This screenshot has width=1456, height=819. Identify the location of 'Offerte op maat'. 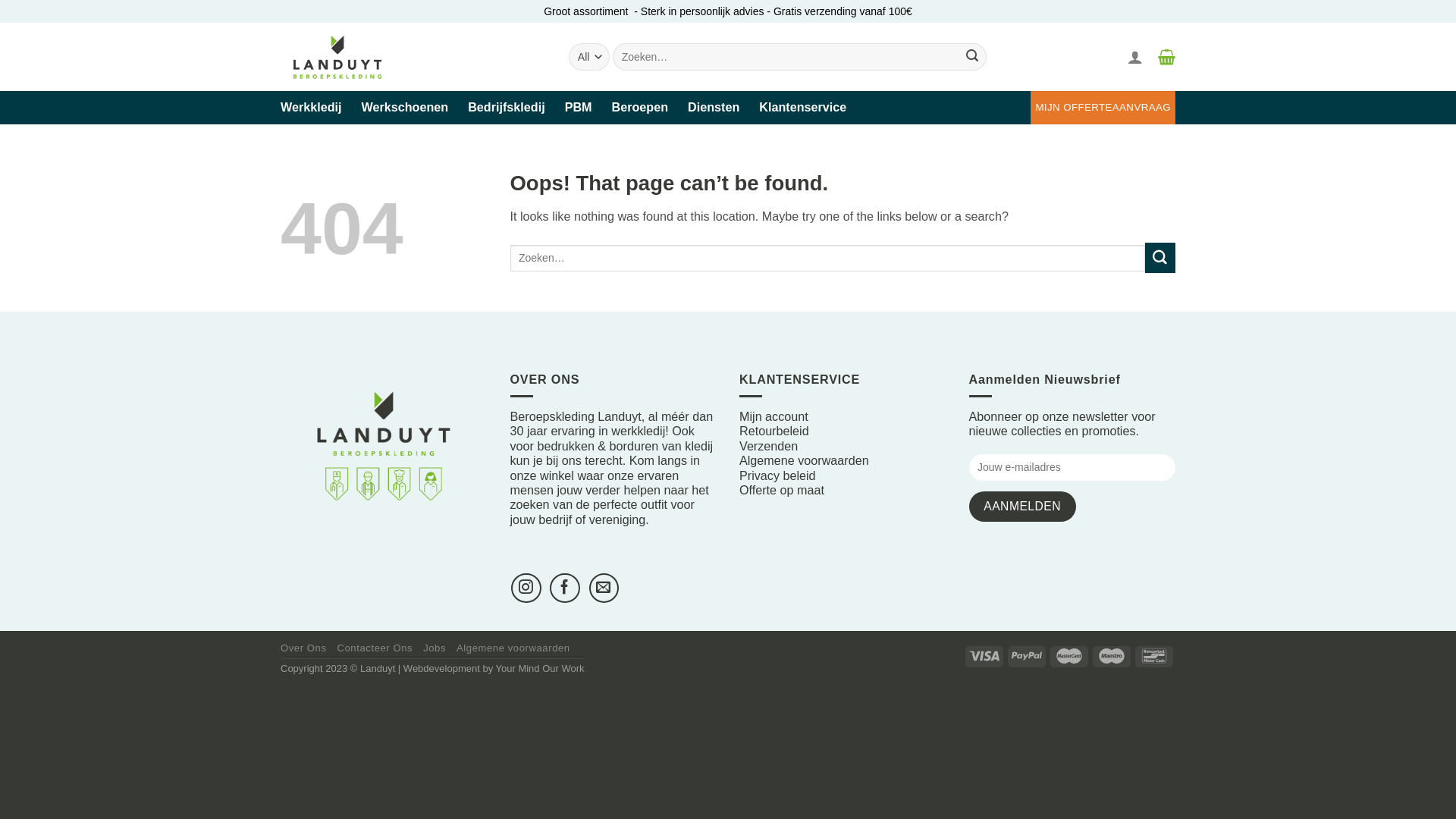
(782, 489).